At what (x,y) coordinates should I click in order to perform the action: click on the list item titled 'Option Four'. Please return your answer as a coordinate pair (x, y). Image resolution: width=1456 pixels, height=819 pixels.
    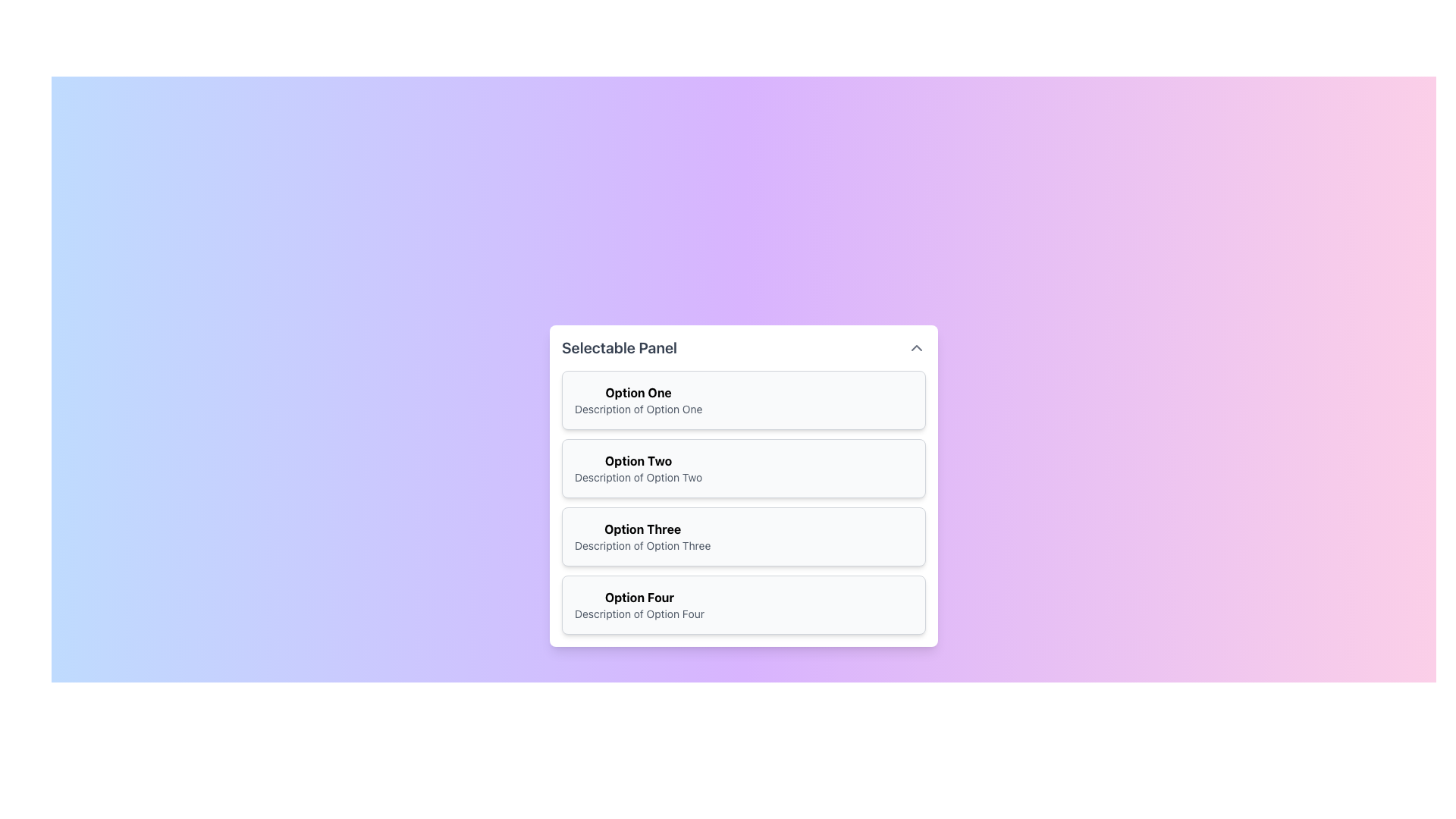
    Looking at the image, I should click on (639, 604).